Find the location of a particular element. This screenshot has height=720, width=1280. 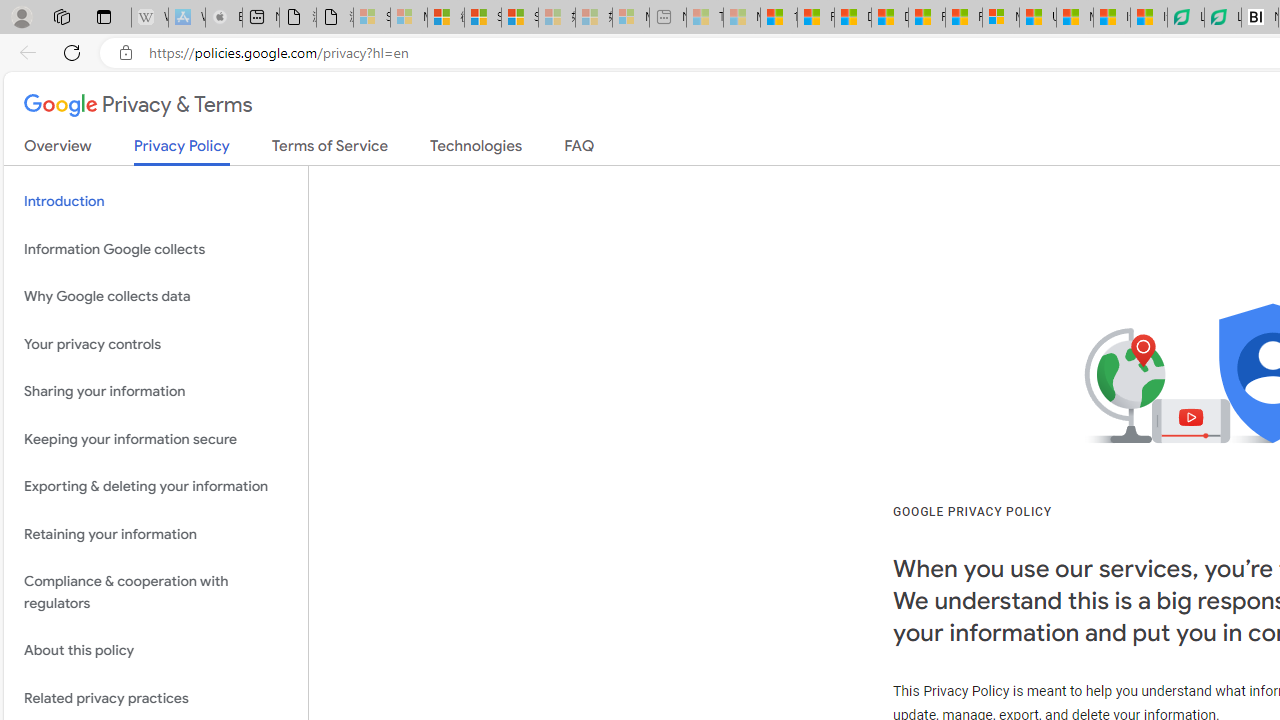

'Retaining your information' is located at coordinates (155, 533).